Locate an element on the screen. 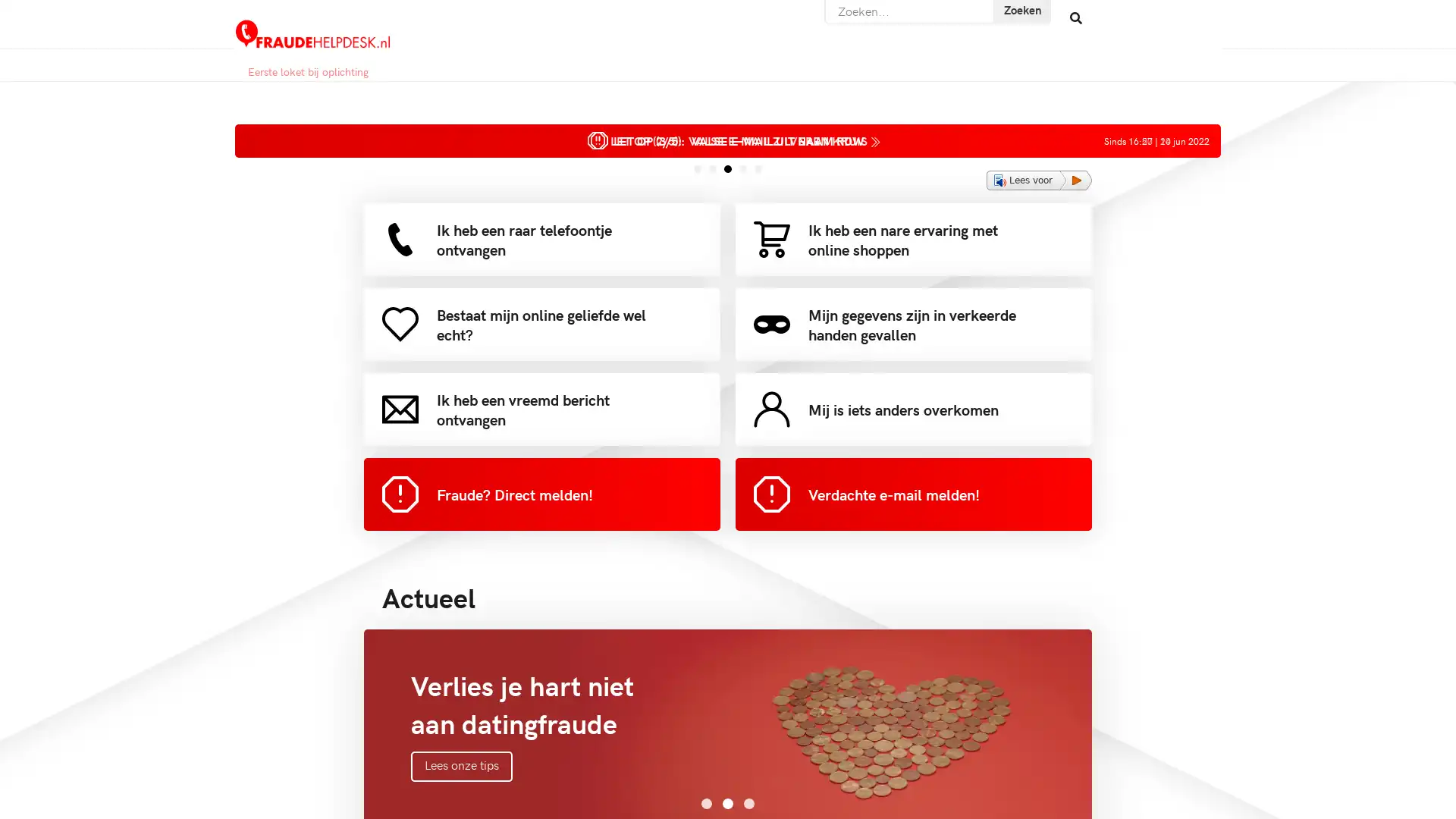 The width and height of the screenshot is (1456, 819). Zoeken is located at coordinates (1015, 17).